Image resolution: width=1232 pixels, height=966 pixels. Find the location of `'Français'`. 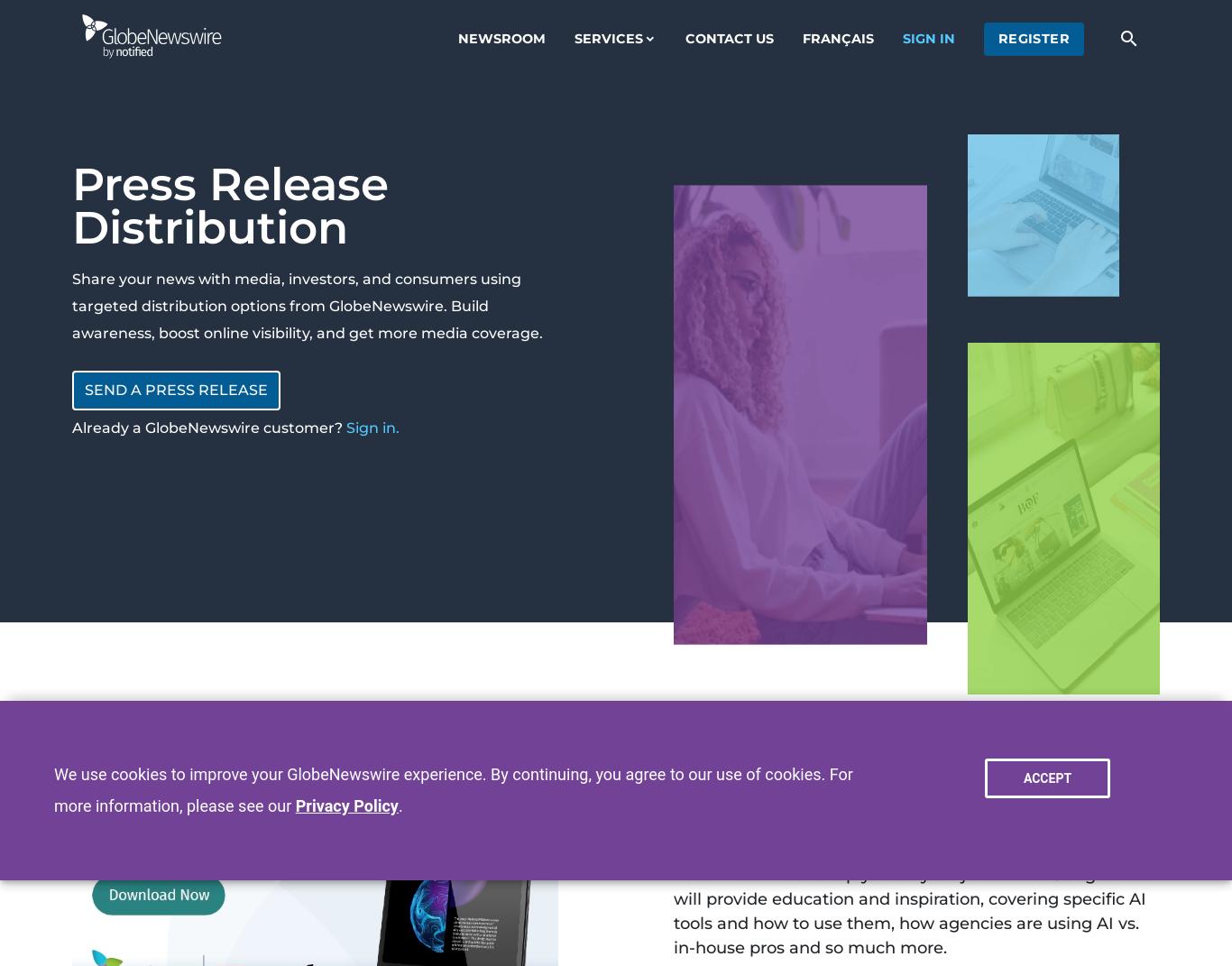

'Français' is located at coordinates (800, 36).